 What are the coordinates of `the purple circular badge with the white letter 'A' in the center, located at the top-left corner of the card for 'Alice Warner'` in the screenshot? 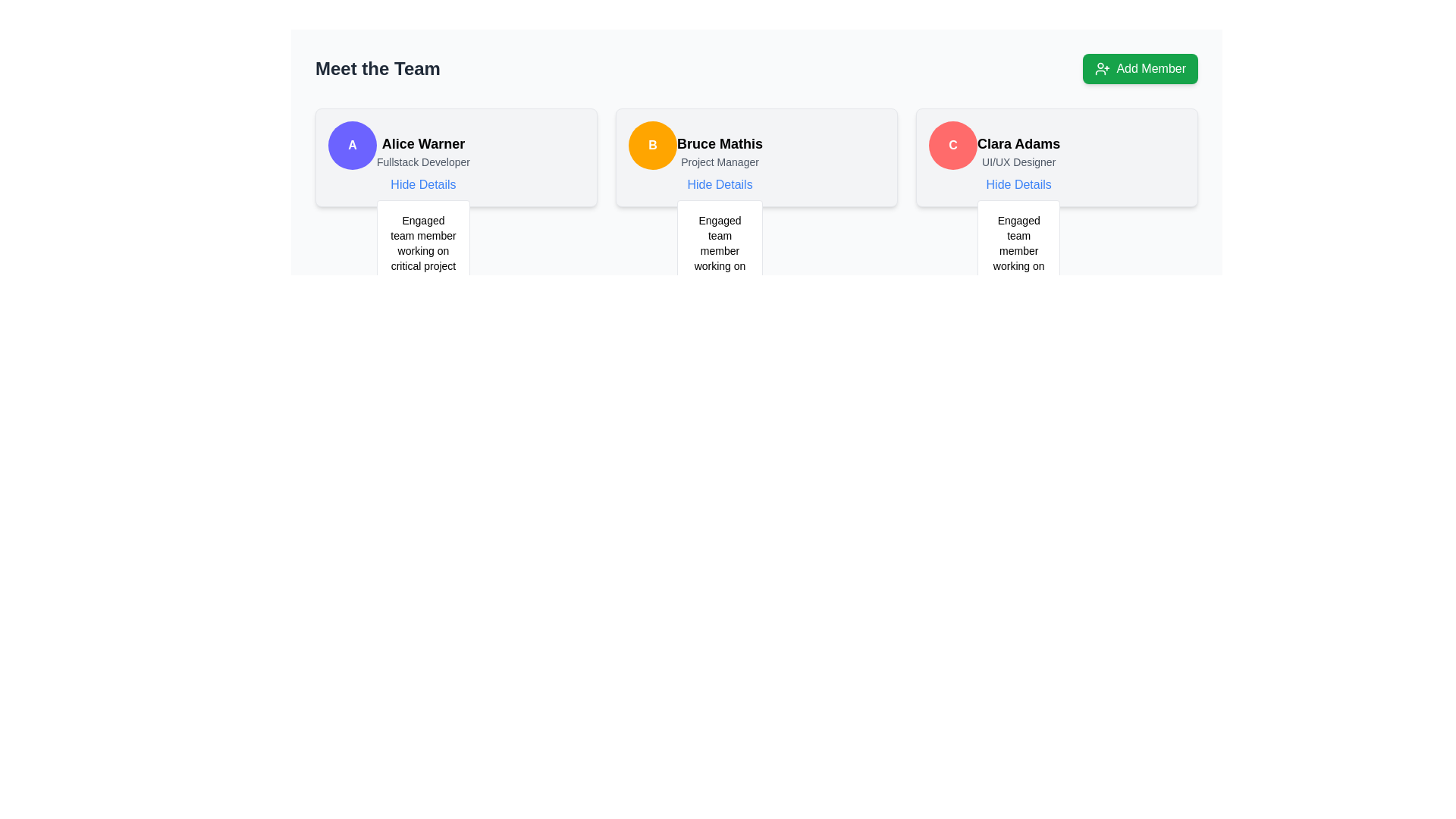 It's located at (352, 146).